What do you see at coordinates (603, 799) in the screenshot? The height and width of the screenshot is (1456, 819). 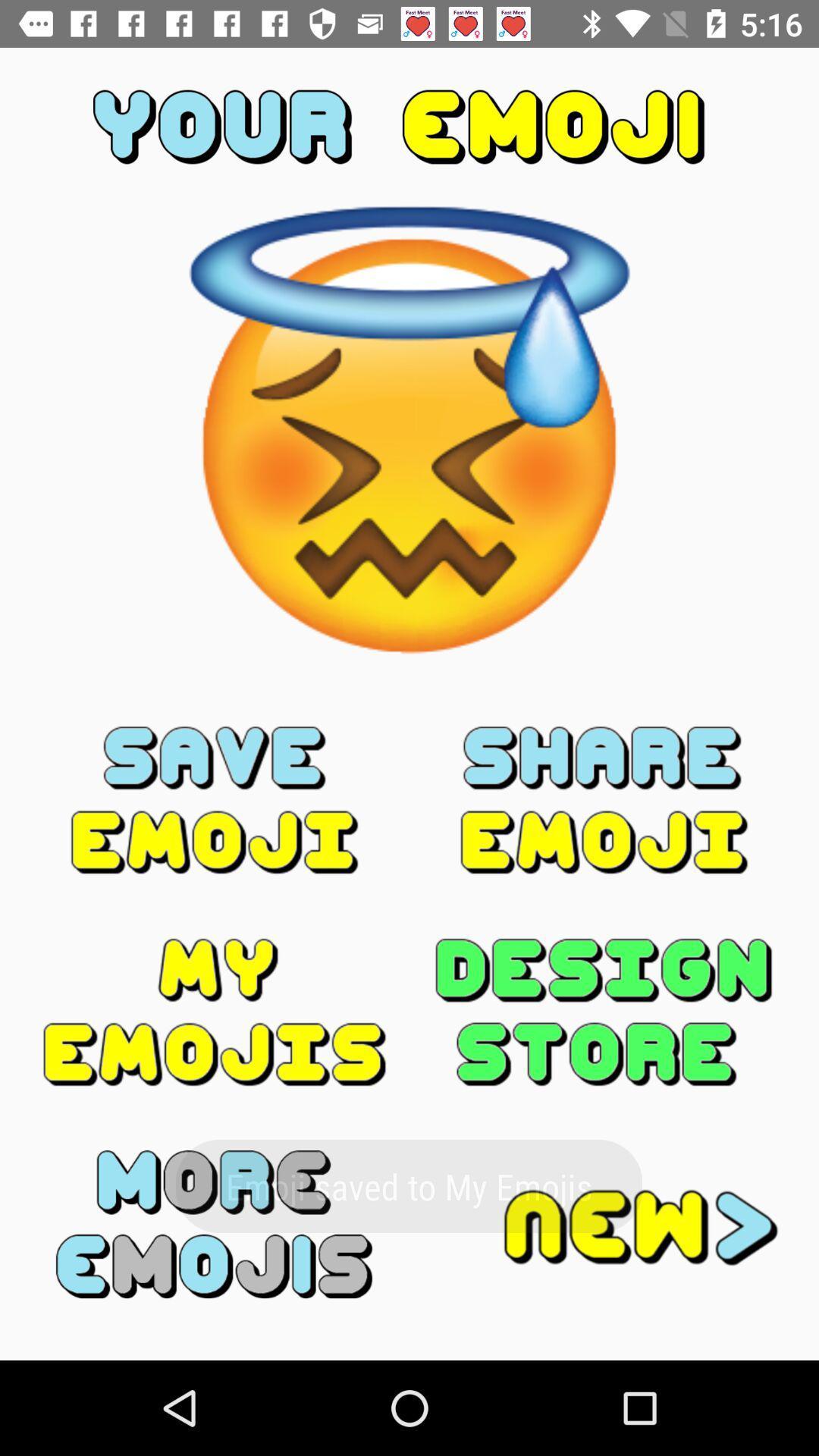 I see `icon on the right` at bounding box center [603, 799].